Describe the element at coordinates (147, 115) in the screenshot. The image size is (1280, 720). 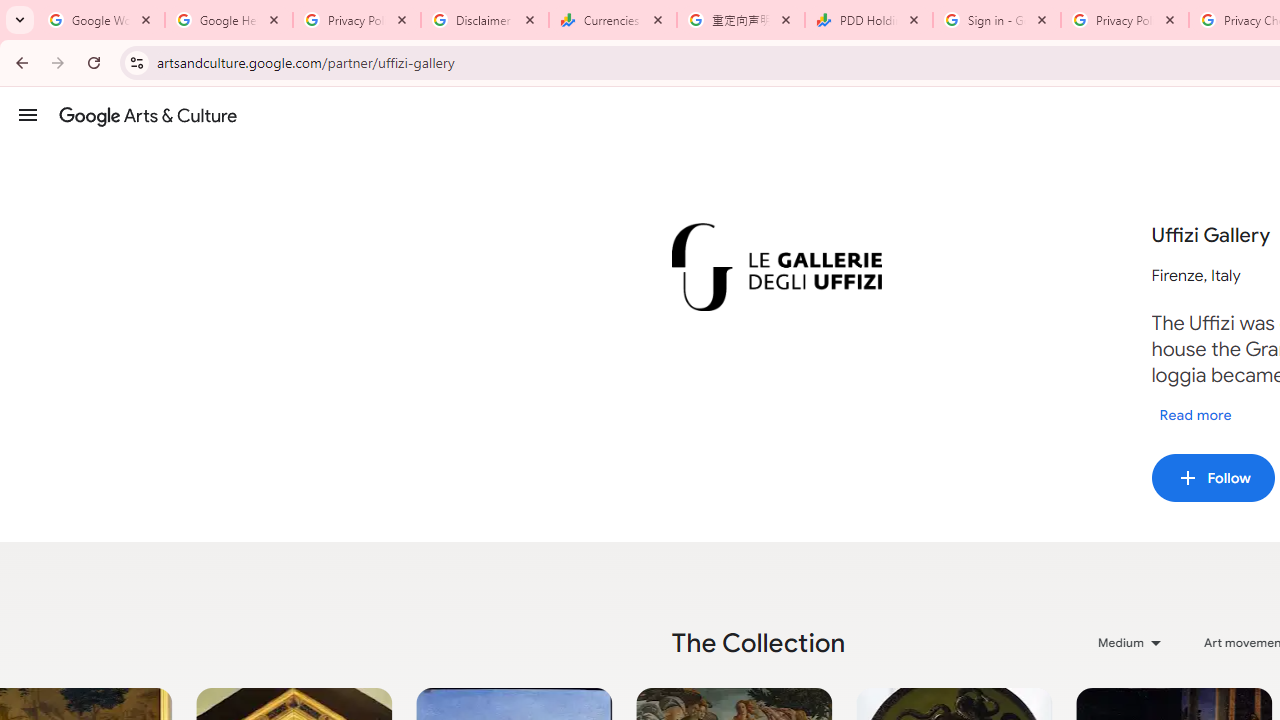
I see `'Google Arts & Culture'` at that location.